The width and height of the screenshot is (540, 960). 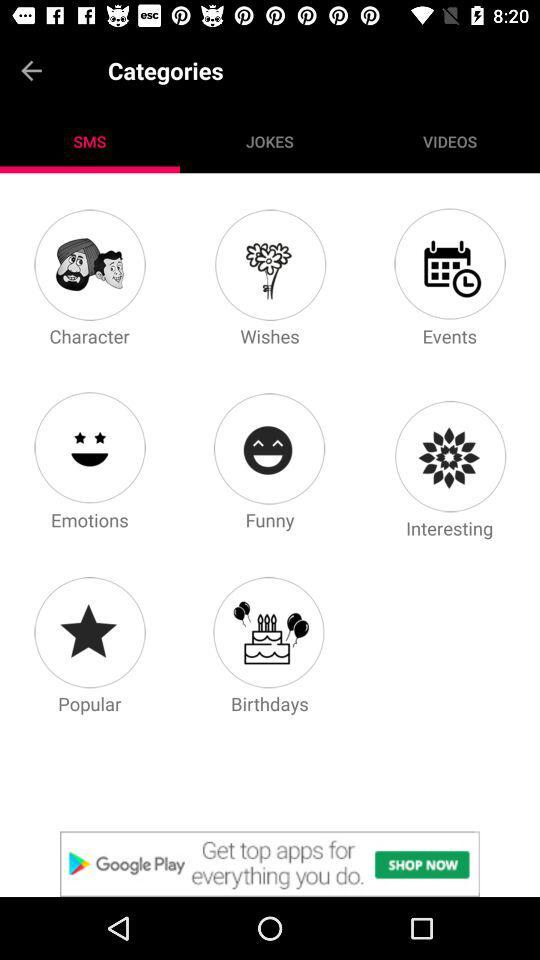 What do you see at coordinates (269, 631) in the screenshot?
I see `click birthdays icon` at bounding box center [269, 631].